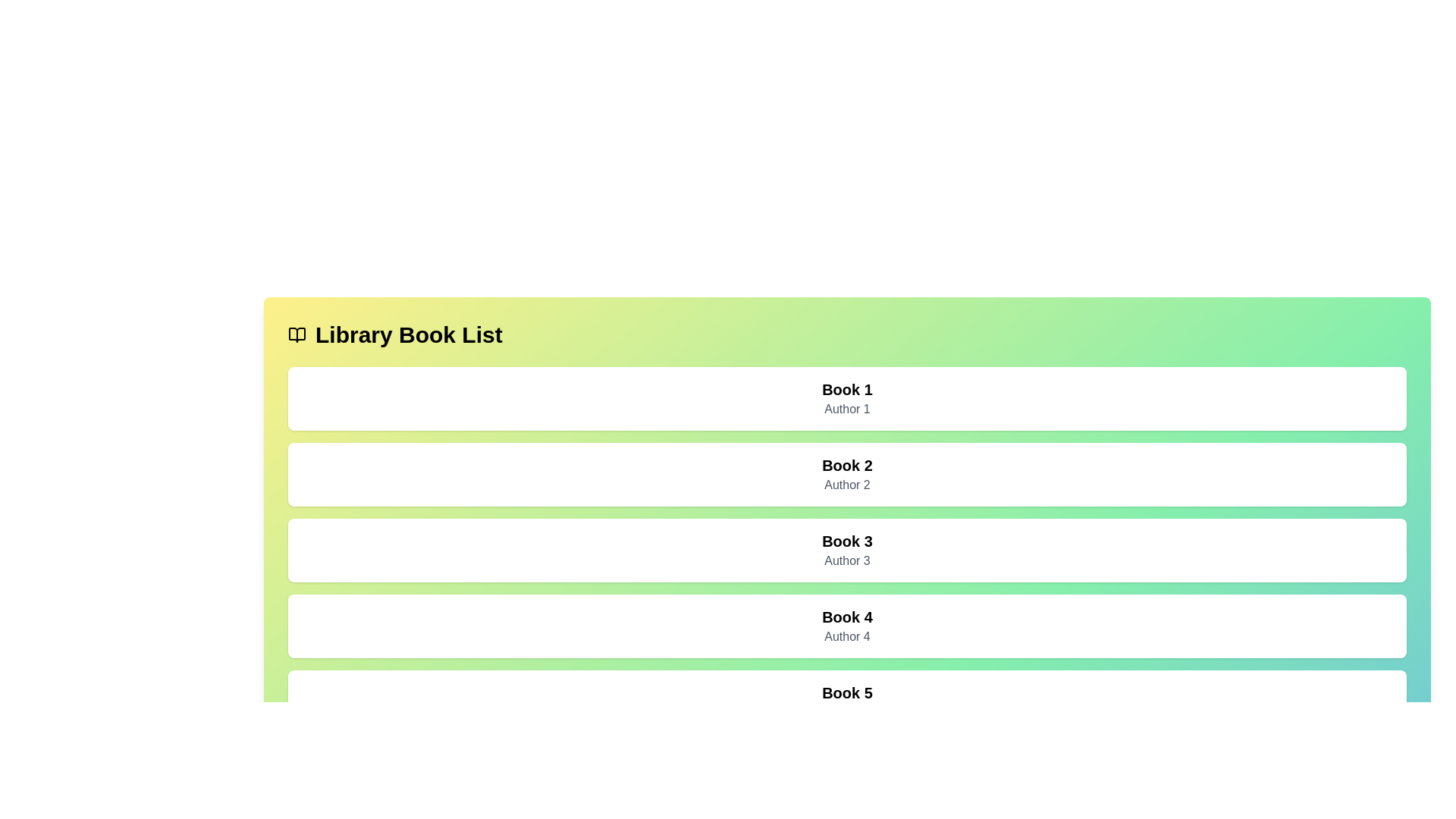 The image size is (1456, 819). What do you see at coordinates (297, 334) in the screenshot?
I see `the open book icon located to the left of the 'Library Book List' title in the header section` at bounding box center [297, 334].